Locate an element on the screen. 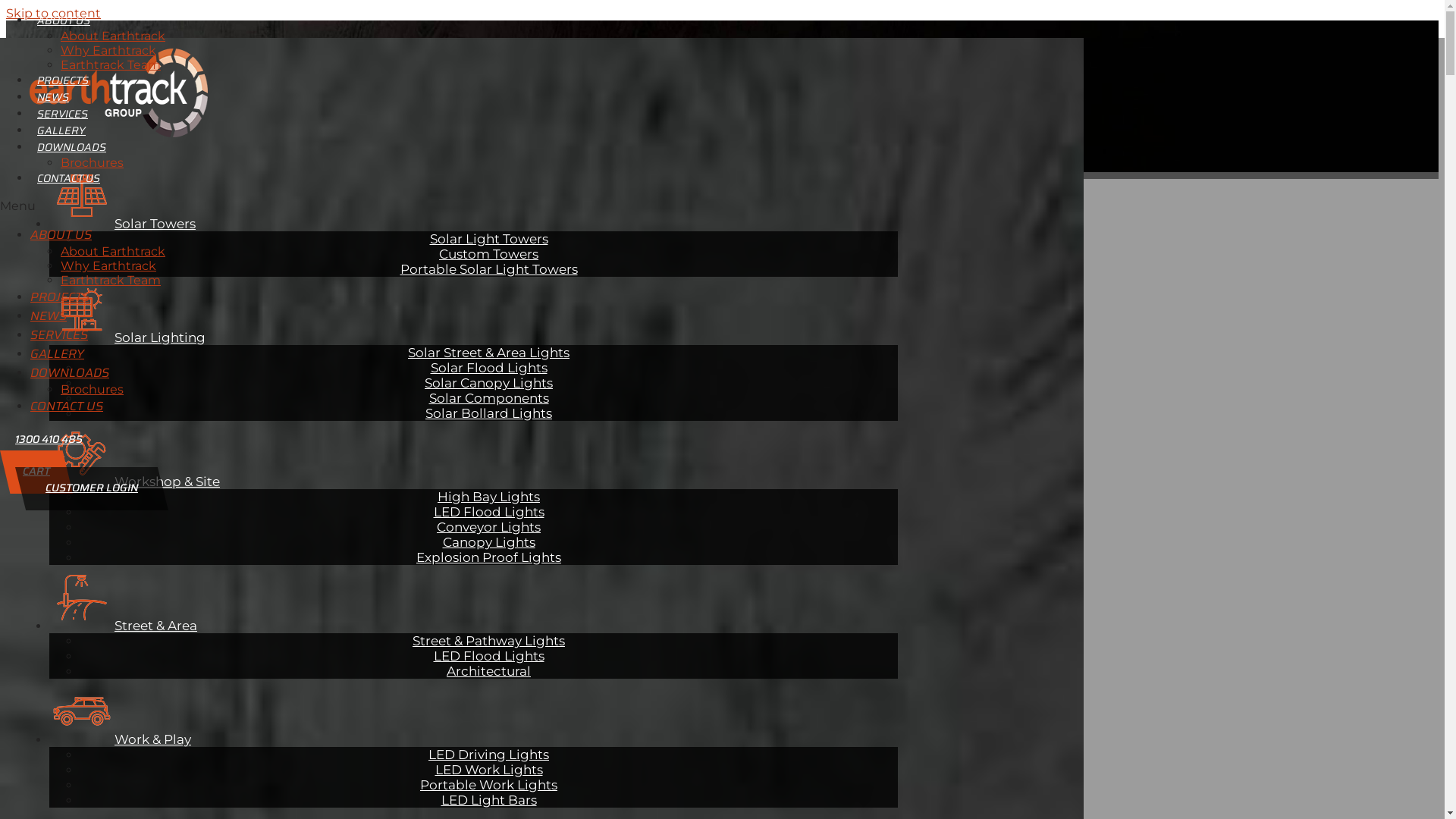  'Solar Components' is located at coordinates (488, 397).